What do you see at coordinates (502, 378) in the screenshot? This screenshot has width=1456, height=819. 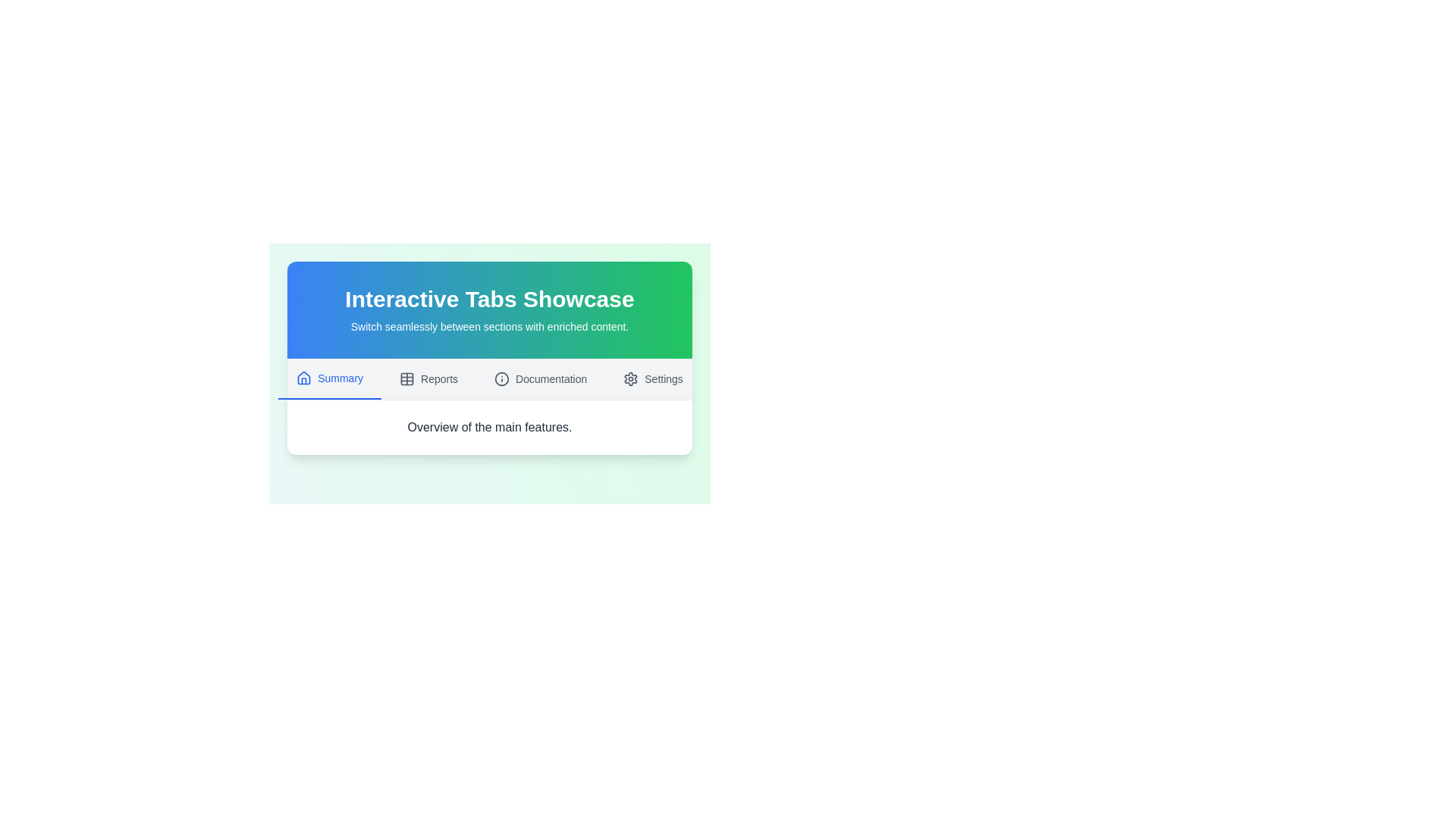 I see `the 'Documentation' tab icon located in the interactive navigation bar, positioned to the left of the 'Documentation' text label` at bounding box center [502, 378].